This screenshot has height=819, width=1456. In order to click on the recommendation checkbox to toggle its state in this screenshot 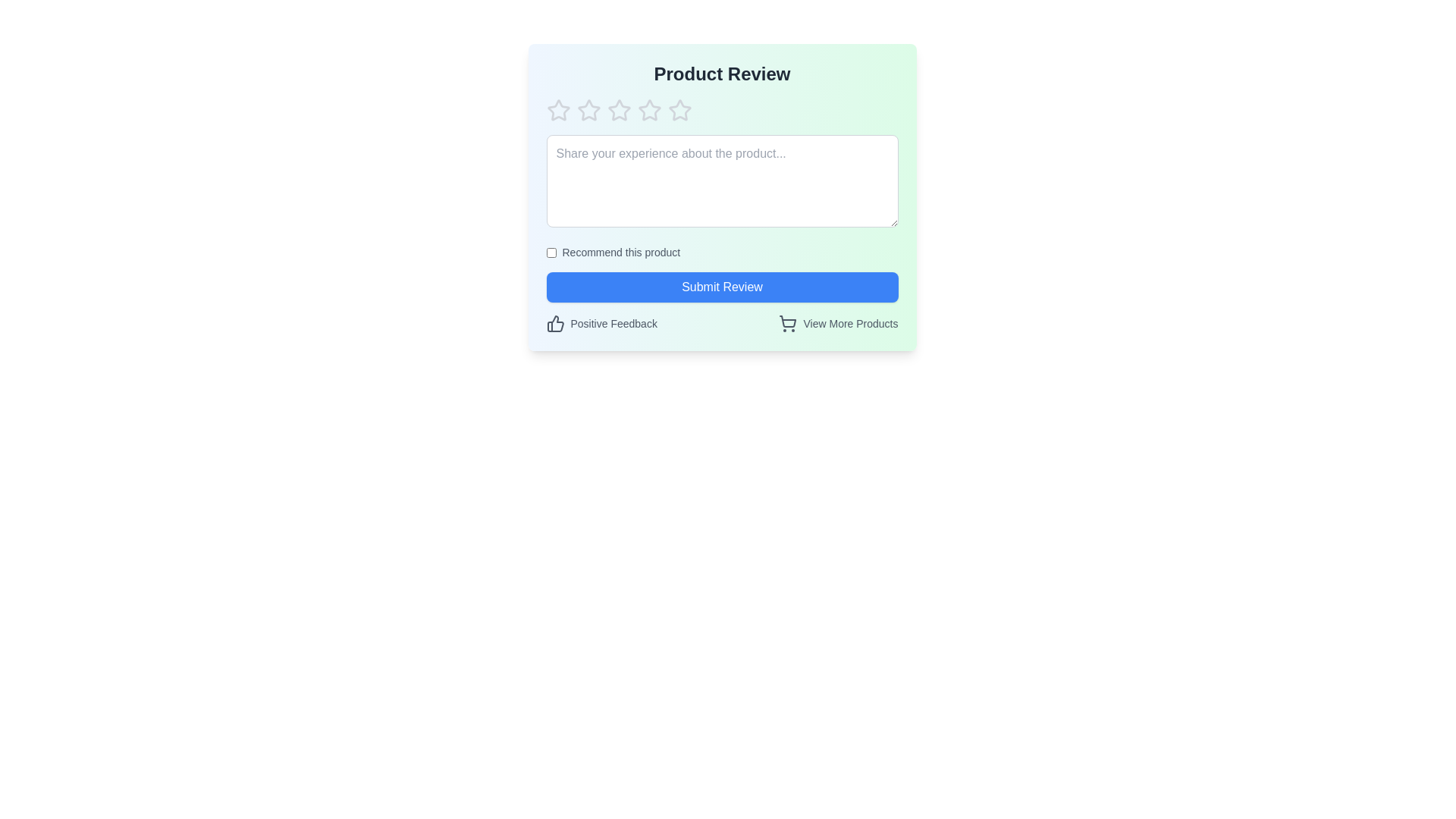, I will do `click(550, 251)`.